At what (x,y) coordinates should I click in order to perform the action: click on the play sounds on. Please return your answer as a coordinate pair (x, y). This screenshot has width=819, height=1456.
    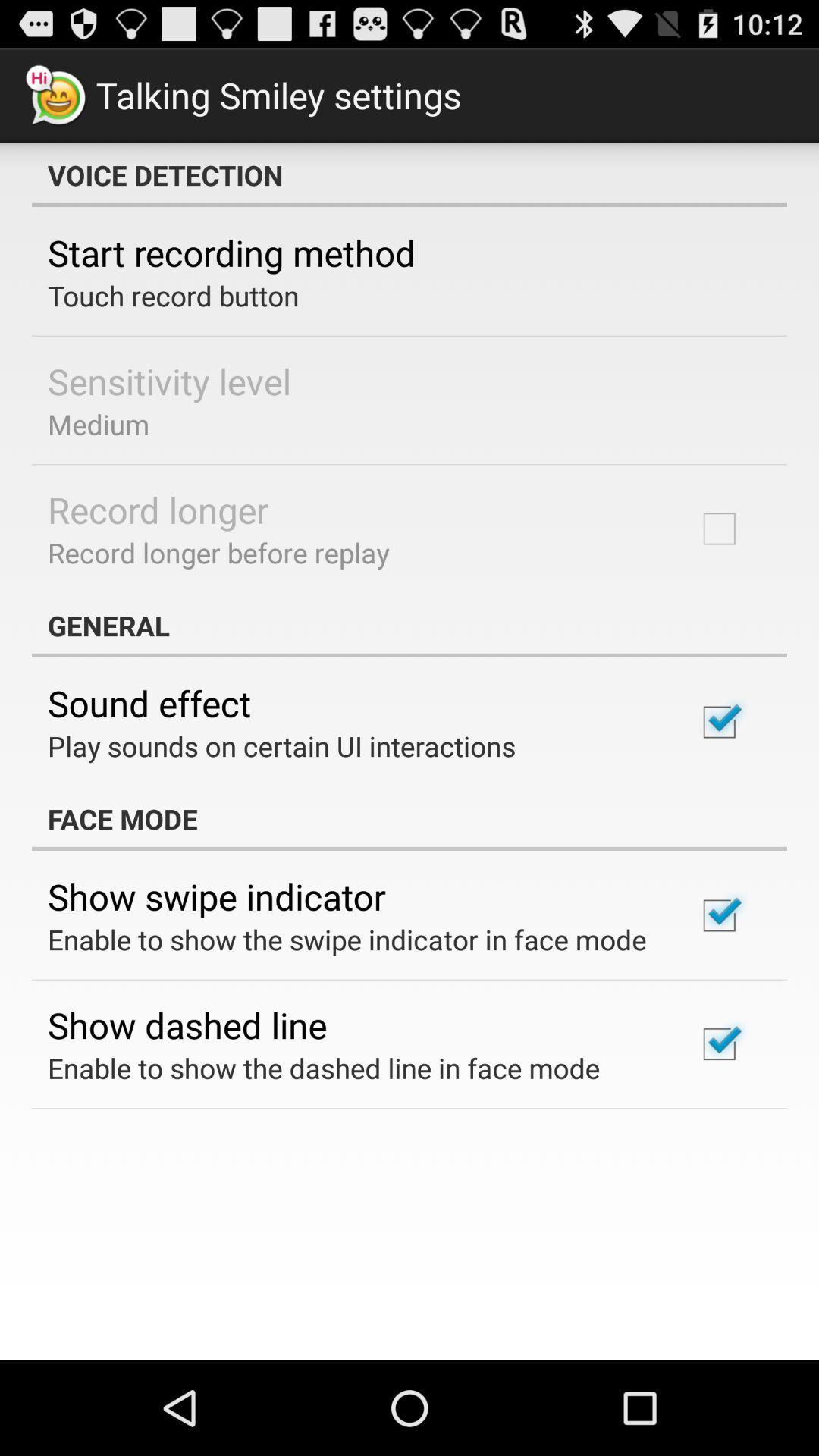
    Looking at the image, I should click on (281, 745).